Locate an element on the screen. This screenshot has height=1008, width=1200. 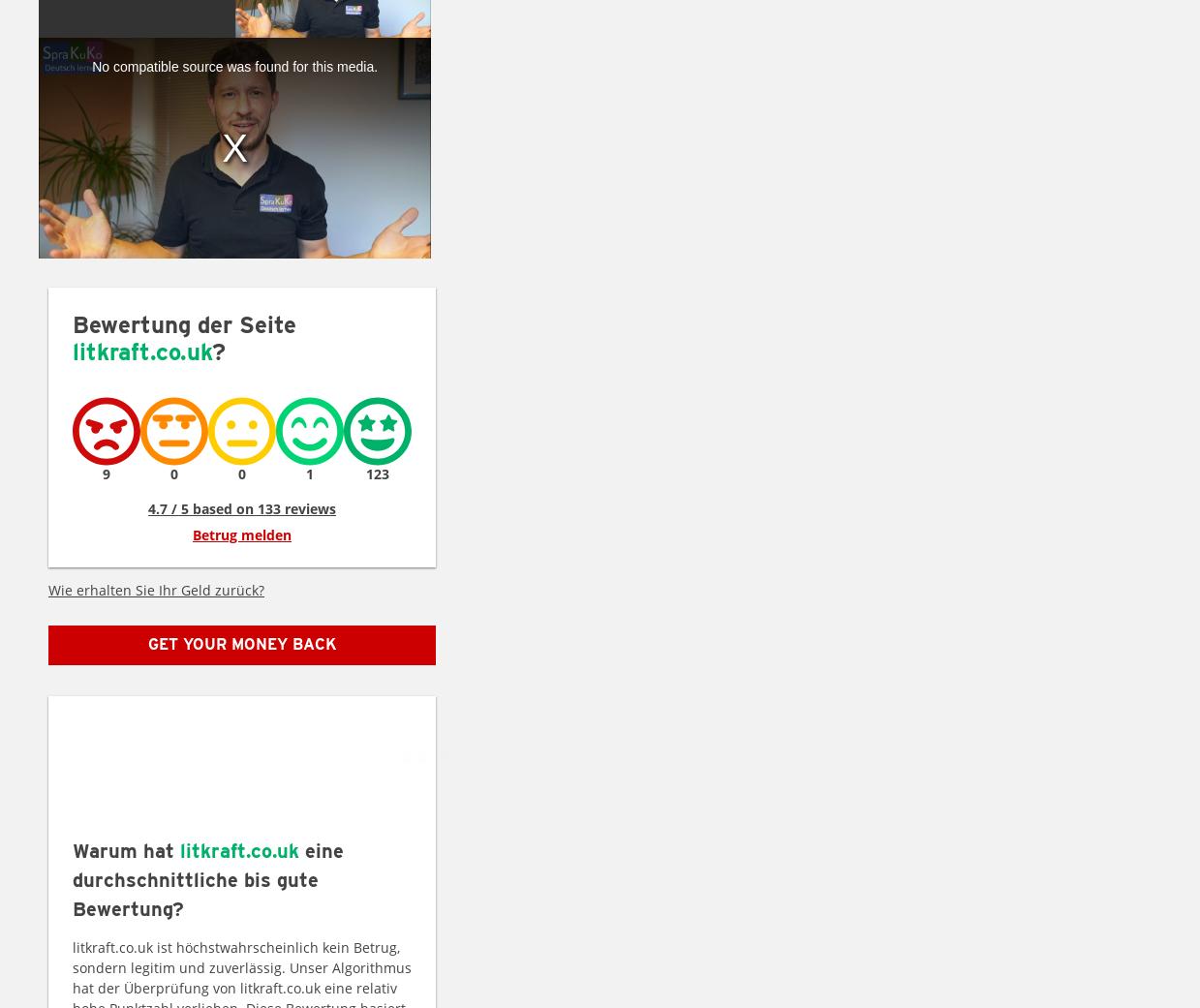
'9' is located at coordinates (103, 473).